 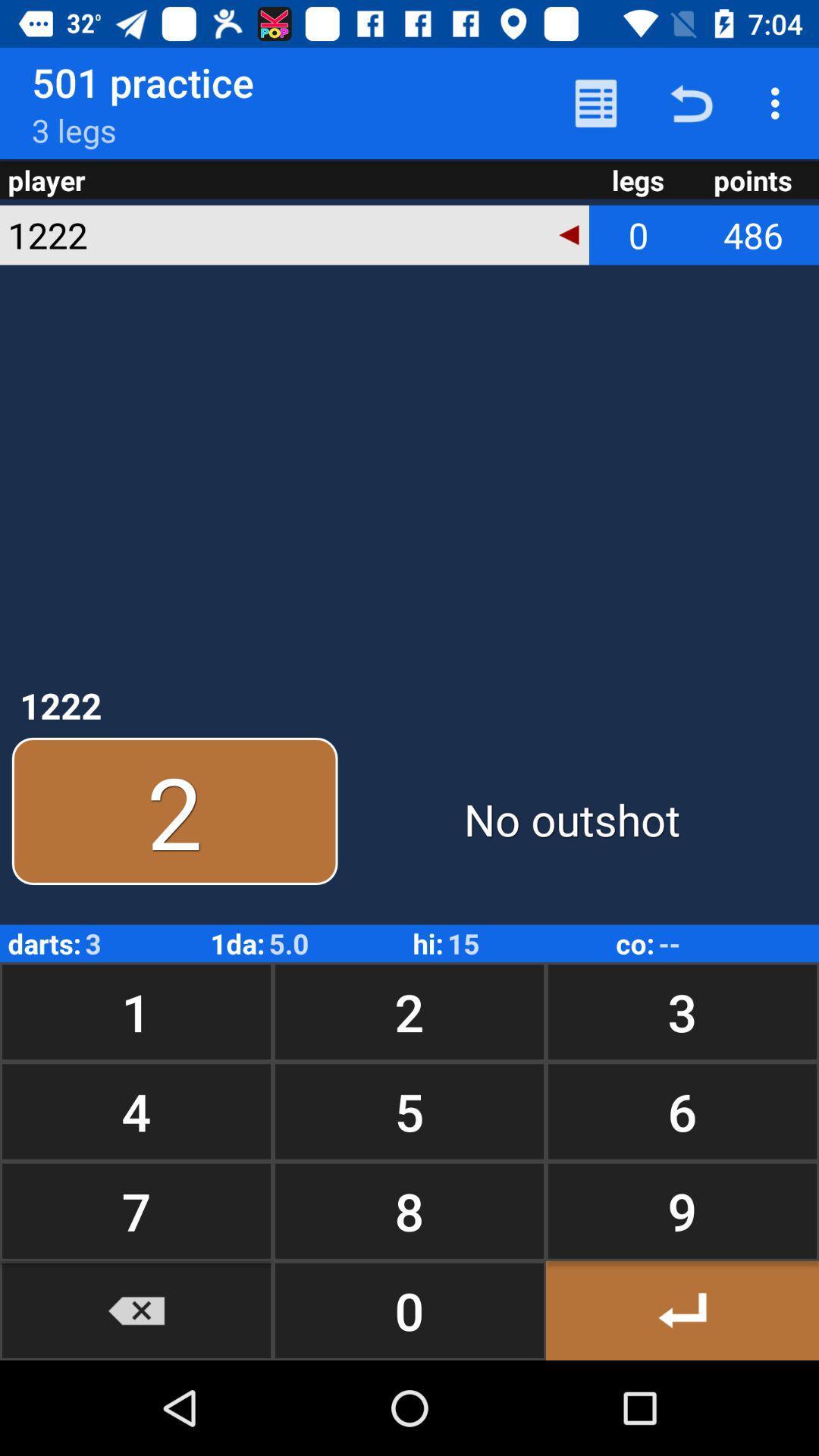 What do you see at coordinates (136, 1310) in the screenshot?
I see `cancel` at bounding box center [136, 1310].